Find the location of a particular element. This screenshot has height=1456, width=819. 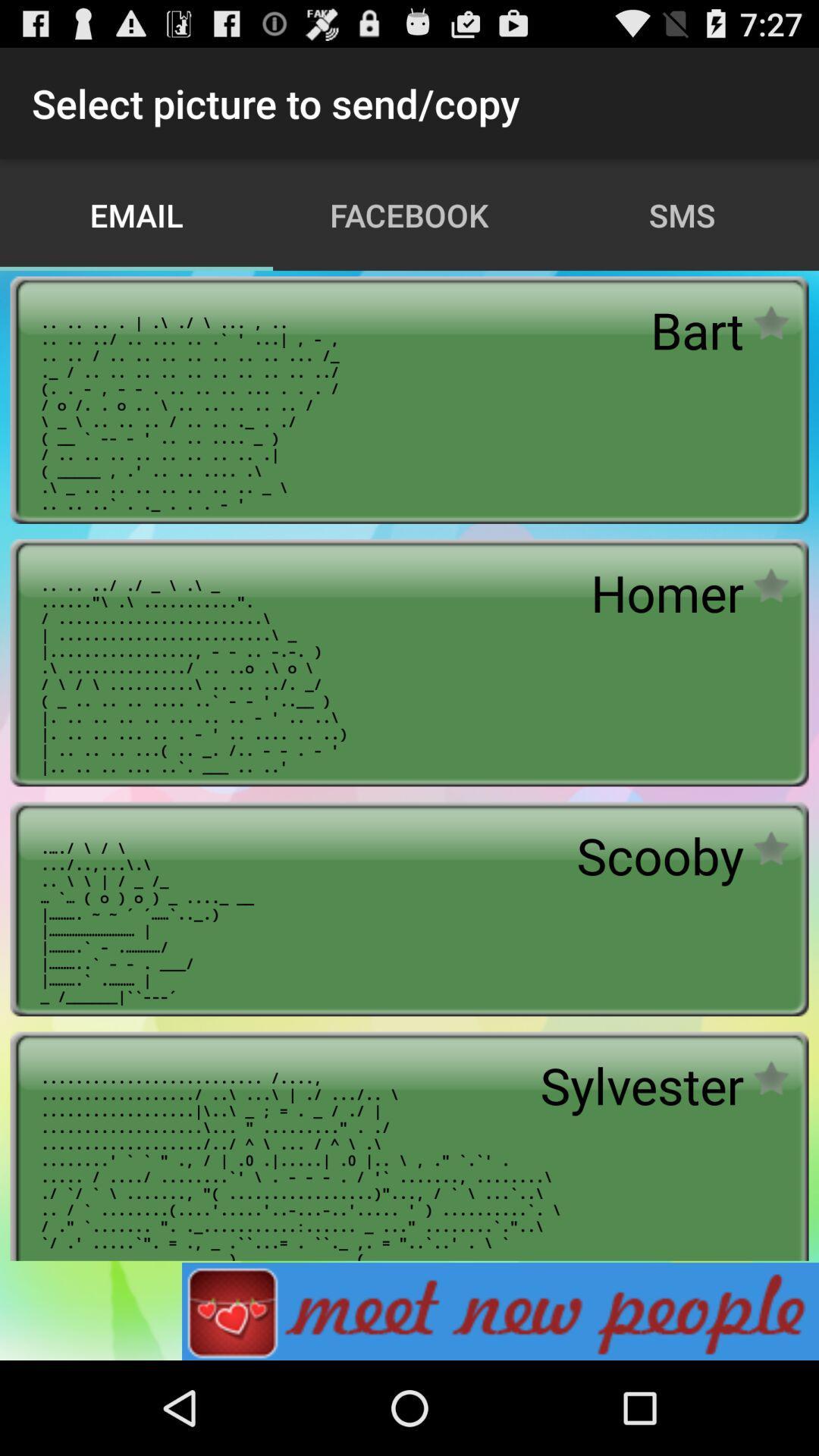

advertisement is located at coordinates (500, 1310).